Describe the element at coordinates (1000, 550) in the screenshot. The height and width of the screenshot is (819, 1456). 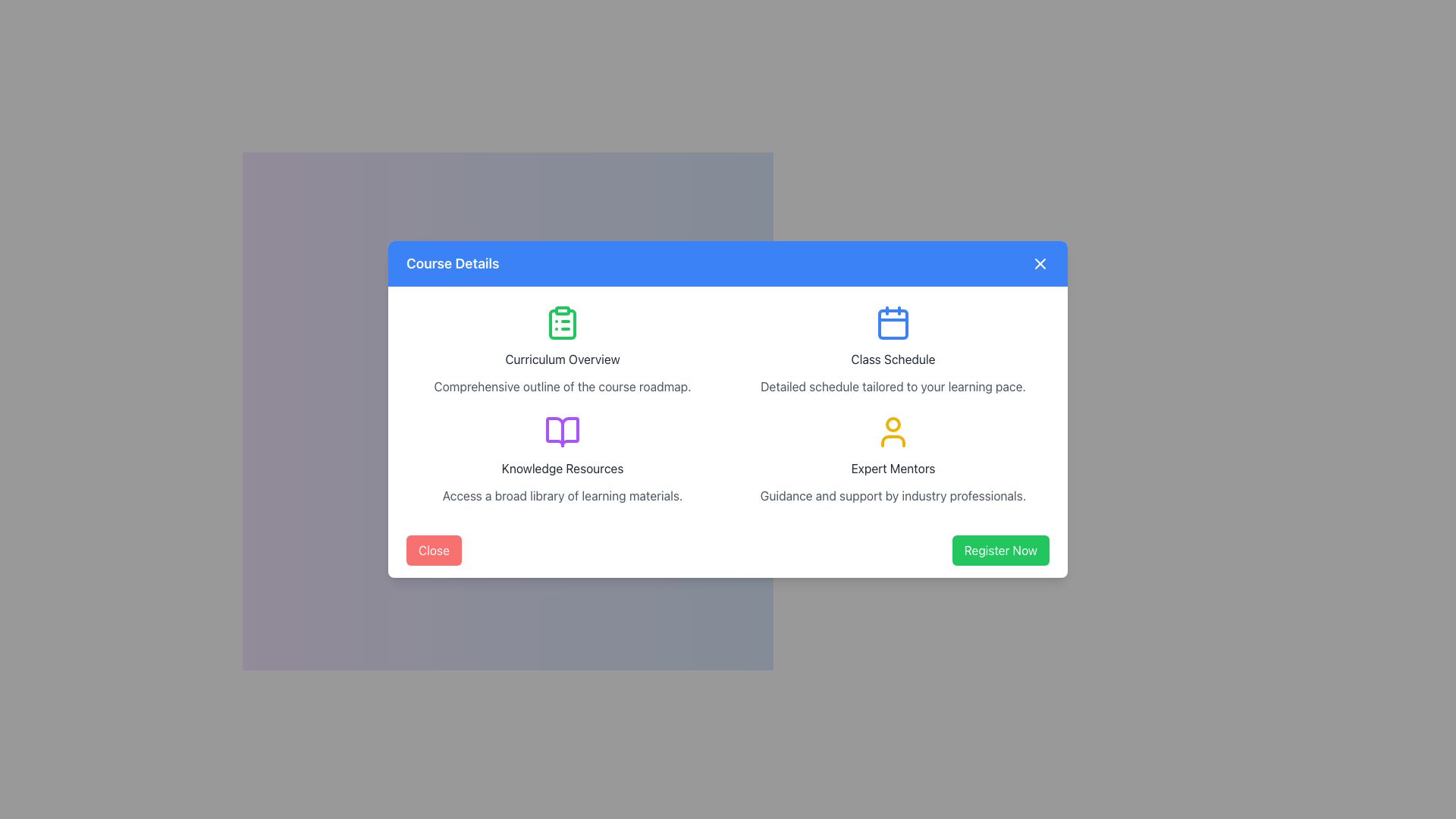
I see `the registration button located at the bottom right corner of the modal layout` at that location.